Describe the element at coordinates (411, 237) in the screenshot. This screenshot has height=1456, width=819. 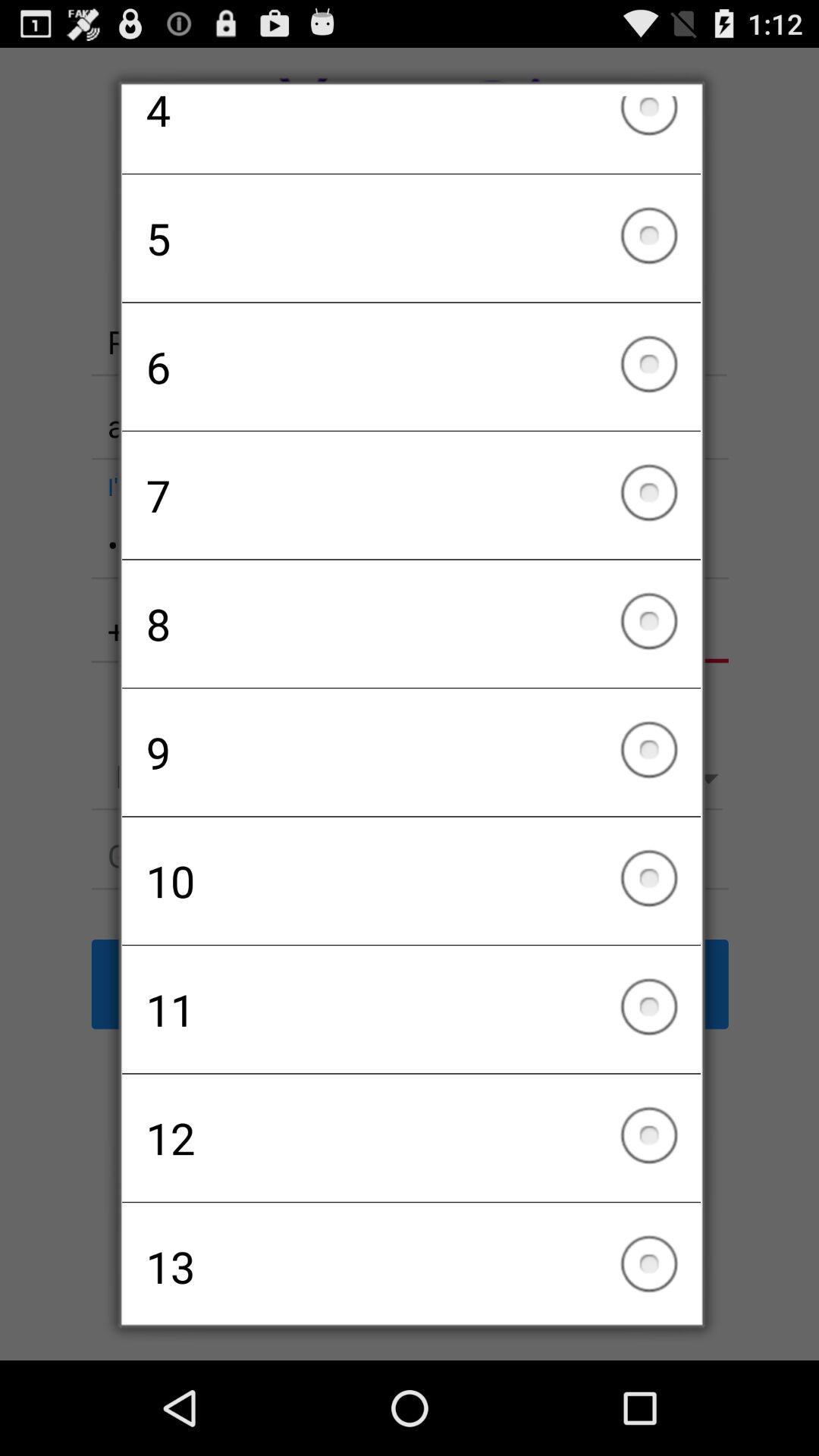
I see `checkbox above the 6` at that location.